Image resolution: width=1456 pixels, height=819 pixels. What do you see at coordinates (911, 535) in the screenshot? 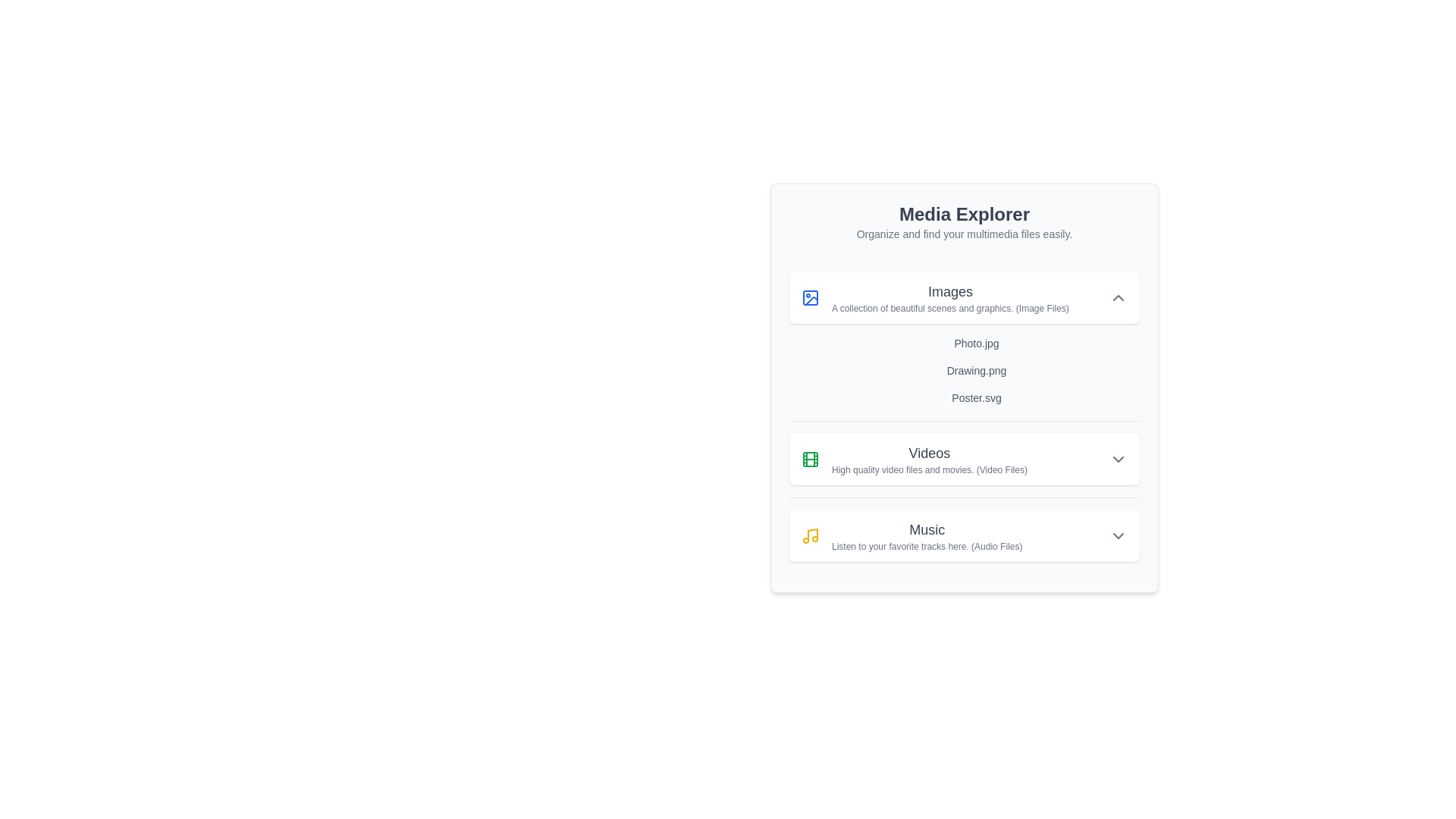
I see `the interactive music card, which is the third item in a vertically stacked list, located between the 'Videos' section and other entries` at bounding box center [911, 535].